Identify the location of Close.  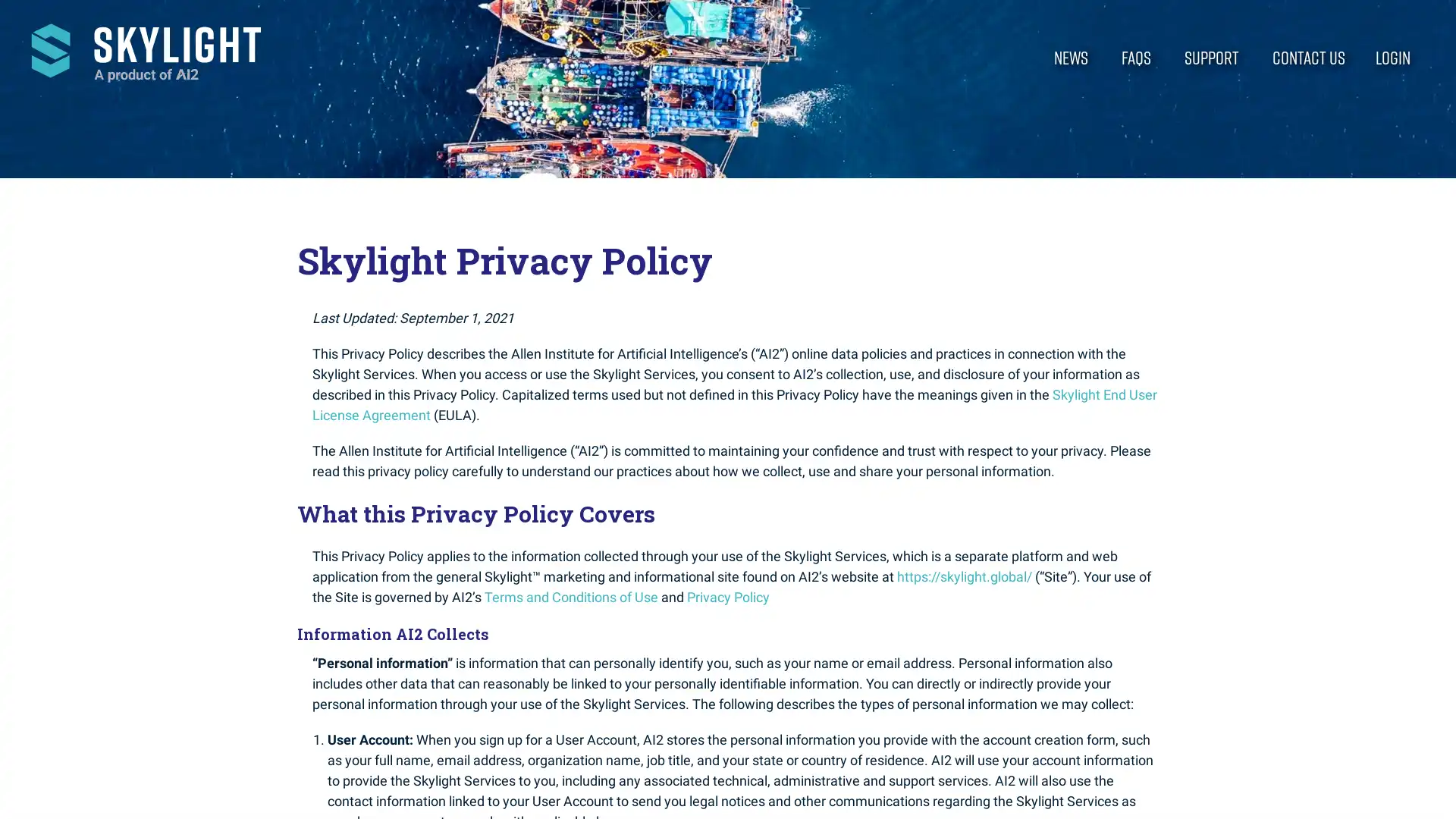
(1430, 785).